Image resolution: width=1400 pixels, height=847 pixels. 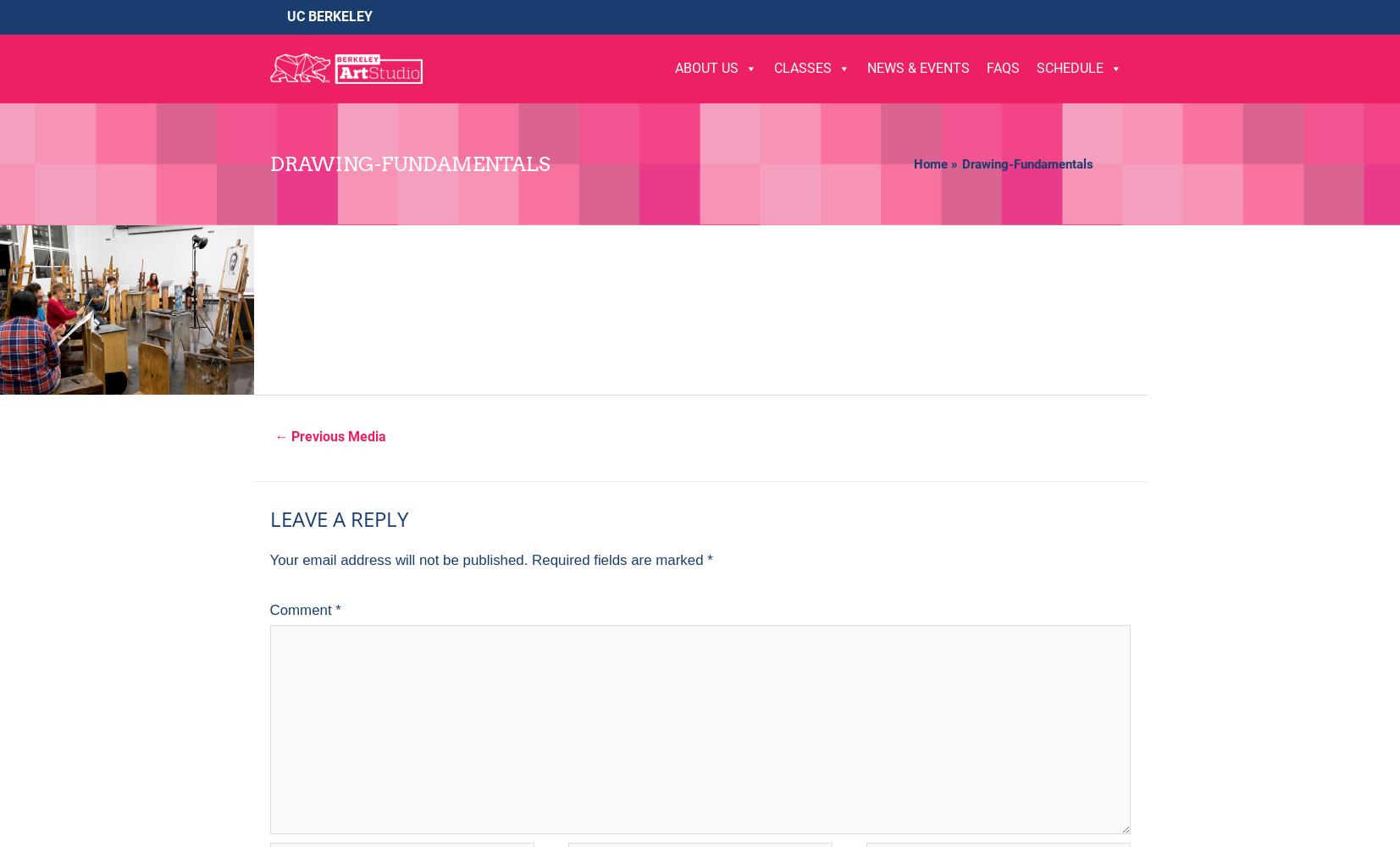 I want to click on 'Comment', so click(x=302, y=609).